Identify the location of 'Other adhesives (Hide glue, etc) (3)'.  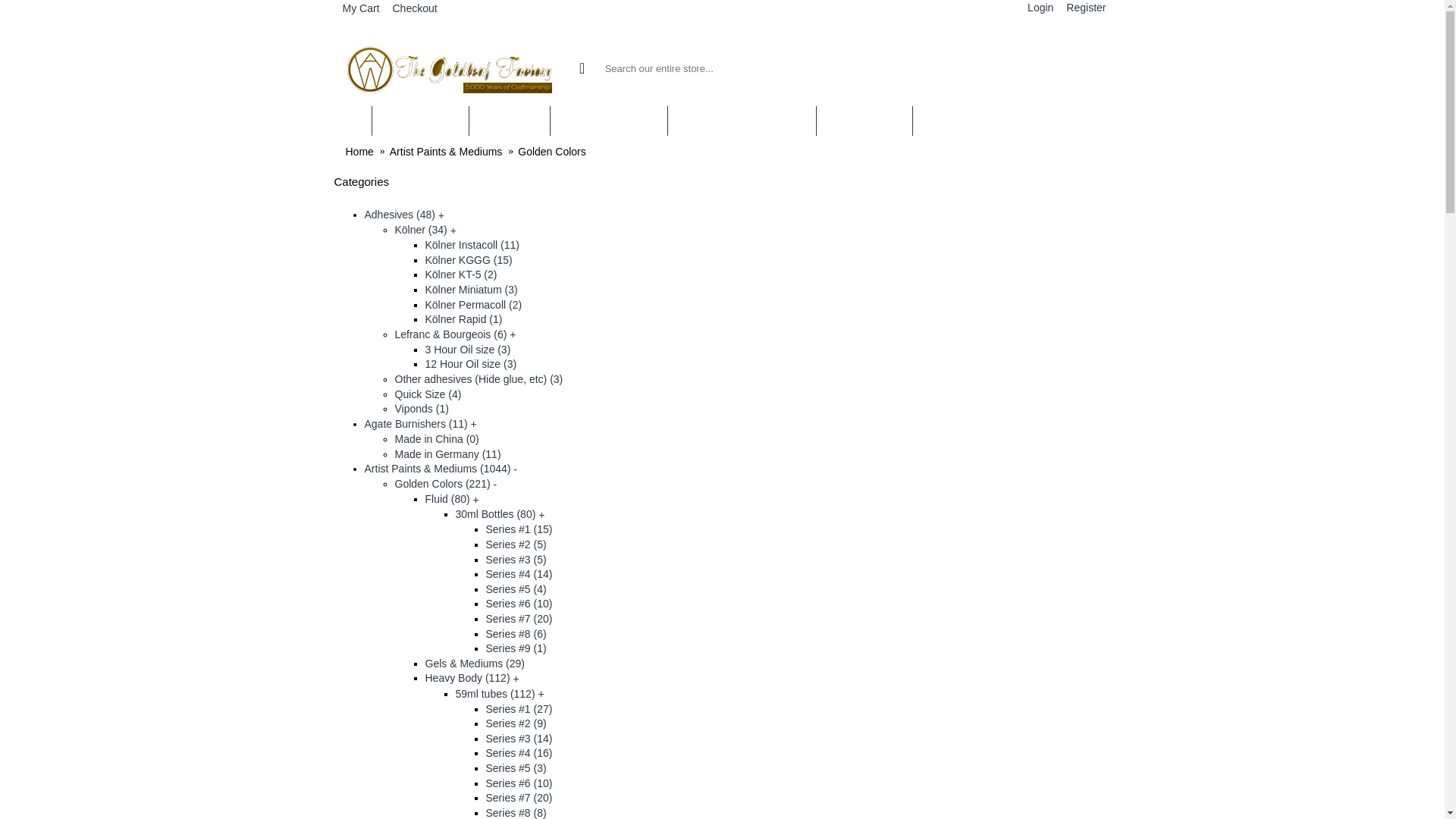
(477, 378).